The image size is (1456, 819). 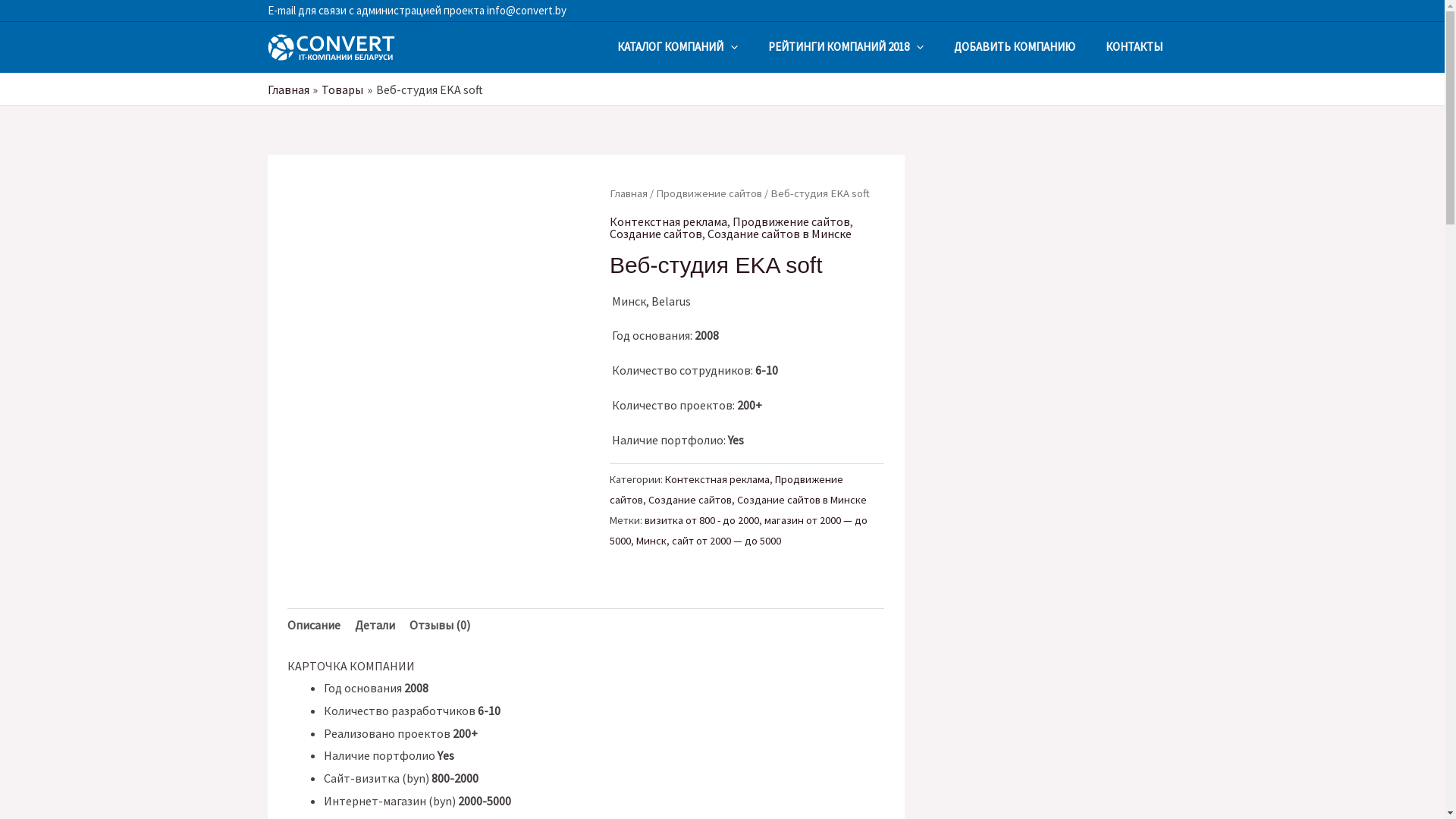 What do you see at coordinates (524, 10) in the screenshot?
I see `' info@convert.by'` at bounding box center [524, 10].